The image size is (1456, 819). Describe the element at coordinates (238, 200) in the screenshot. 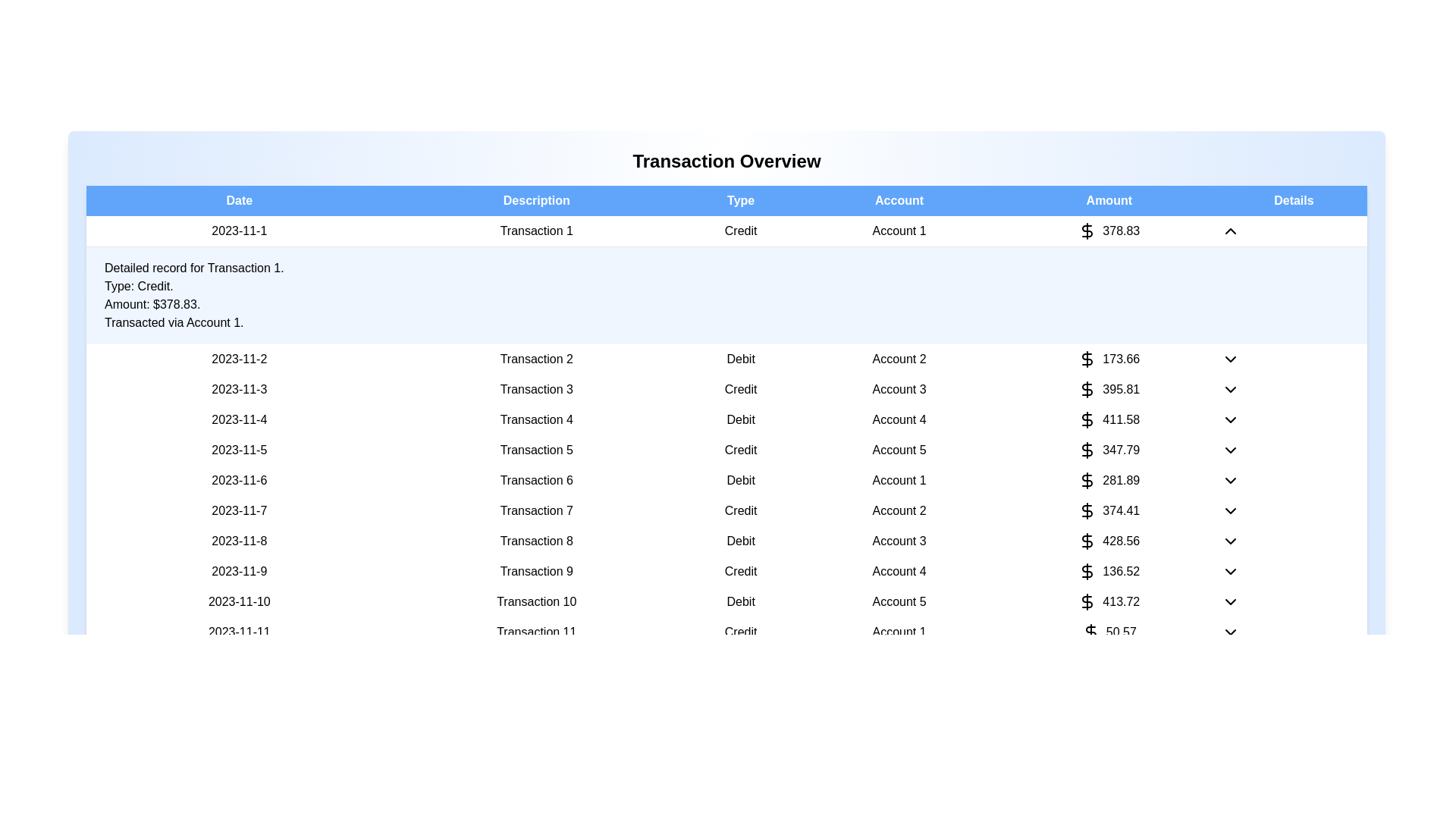

I see `the column header Date to sort or filter the transactions` at that location.